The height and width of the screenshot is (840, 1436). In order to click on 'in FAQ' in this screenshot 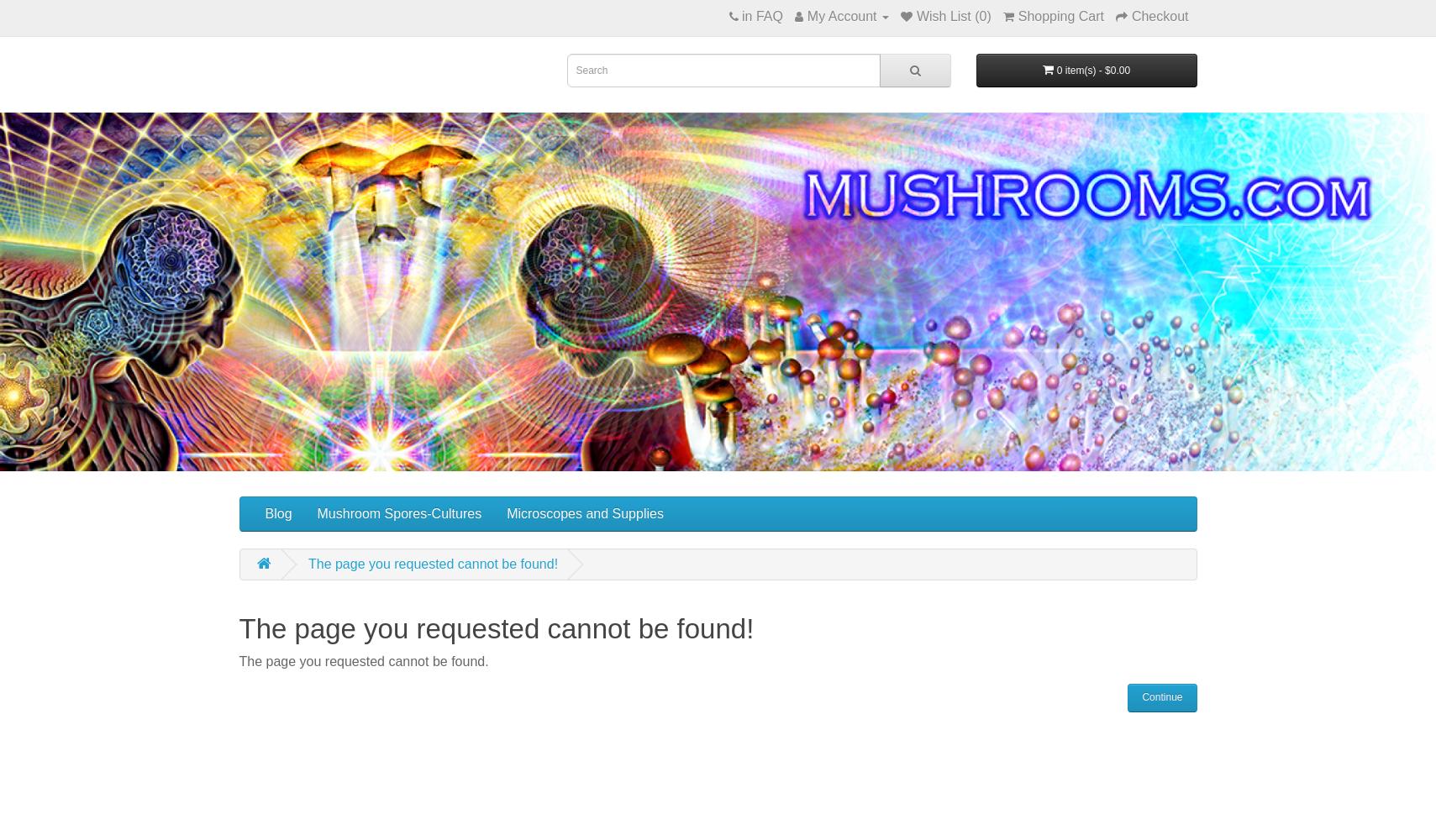, I will do `click(742, 16)`.